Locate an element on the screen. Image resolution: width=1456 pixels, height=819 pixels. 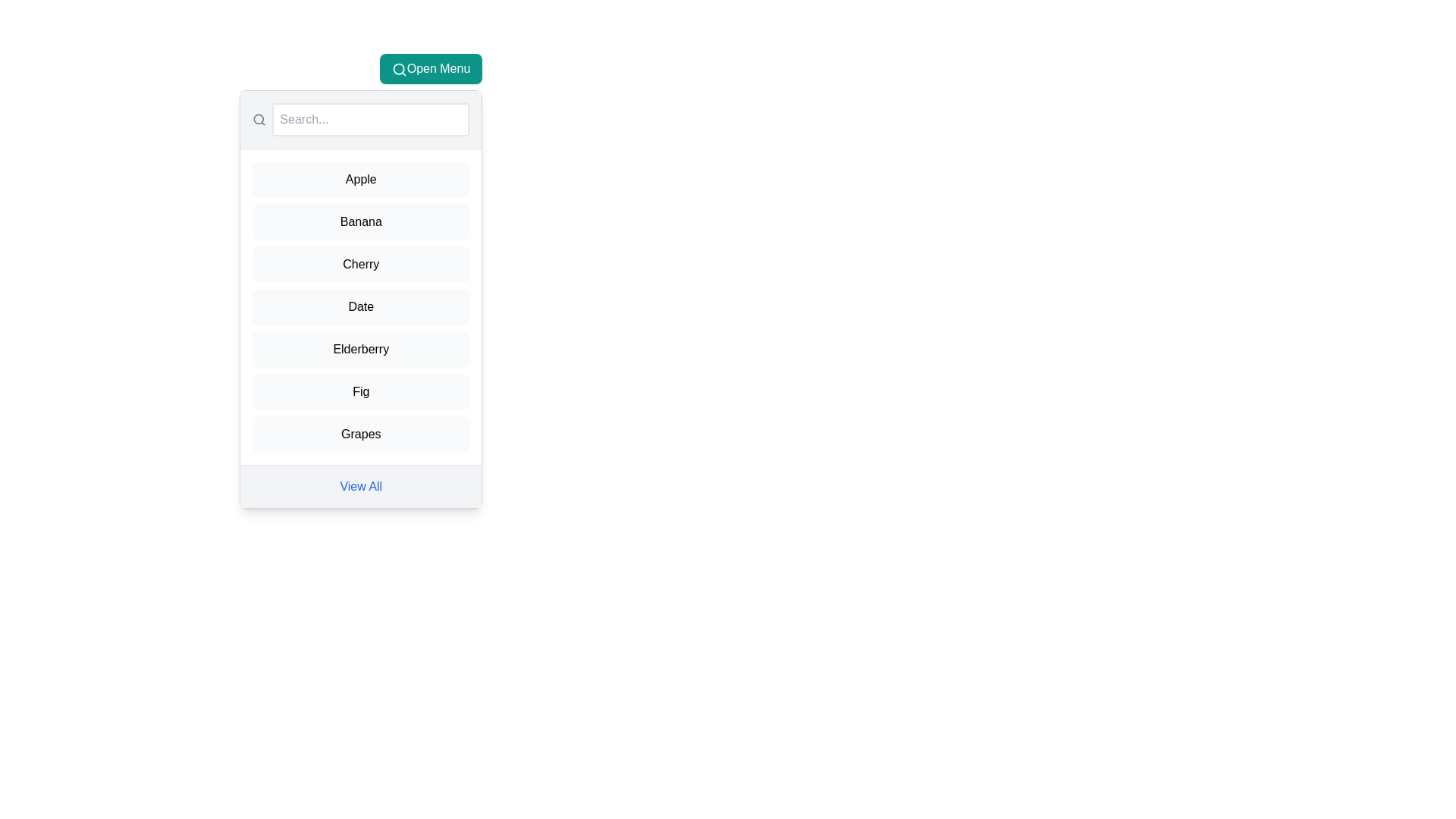
the central circle of the magnifying glass icon, which indicates search functionality, located to the left of the search input bar at the top of the dropdown menu is located at coordinates (398, 68).